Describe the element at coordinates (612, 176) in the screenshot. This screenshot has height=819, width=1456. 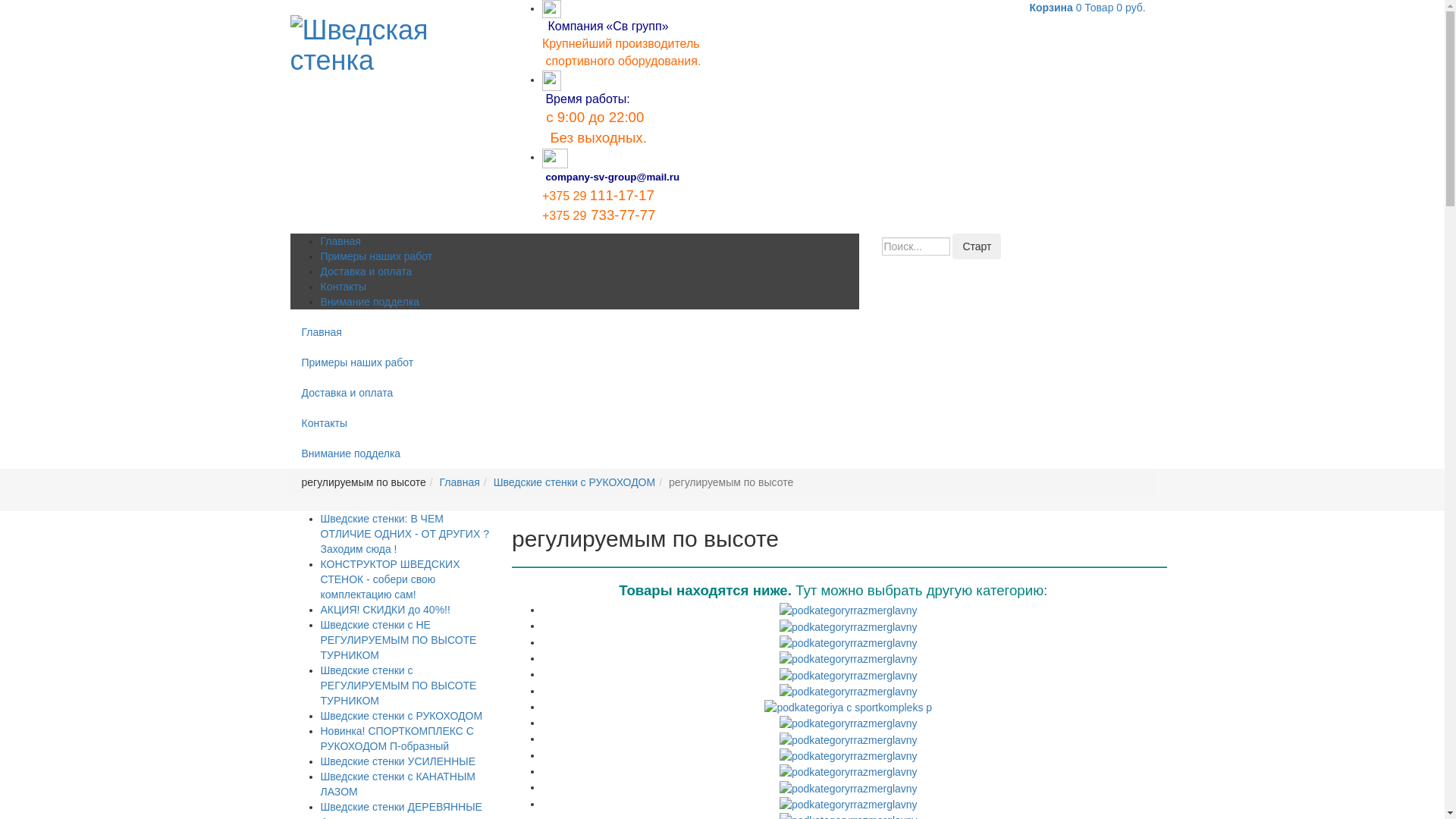
I see `'company-sv-group@mail.ru'` at that location.